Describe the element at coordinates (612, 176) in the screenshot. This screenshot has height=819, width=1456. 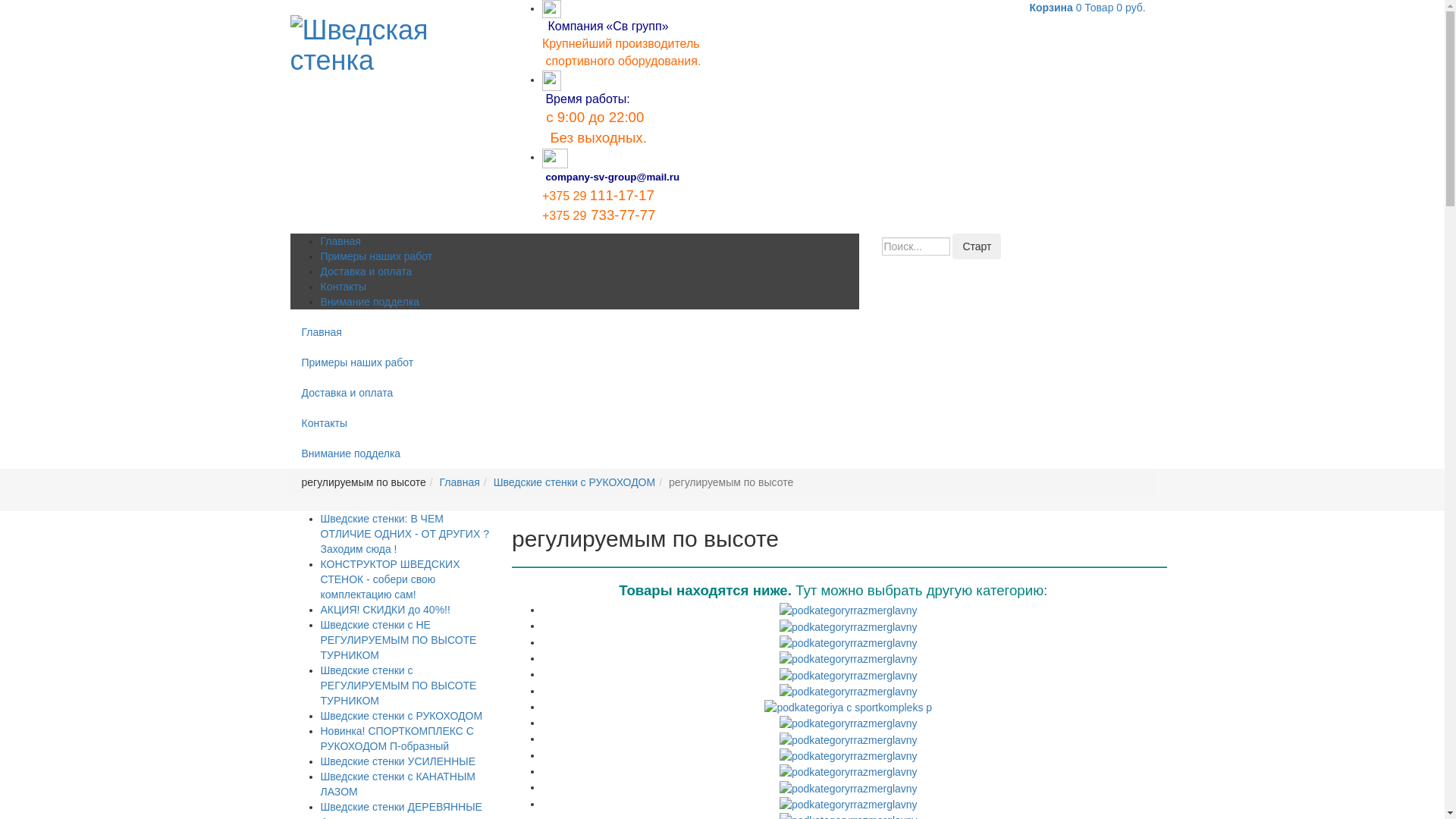
I see `'company-sv-group@mail.ru'` at that location.